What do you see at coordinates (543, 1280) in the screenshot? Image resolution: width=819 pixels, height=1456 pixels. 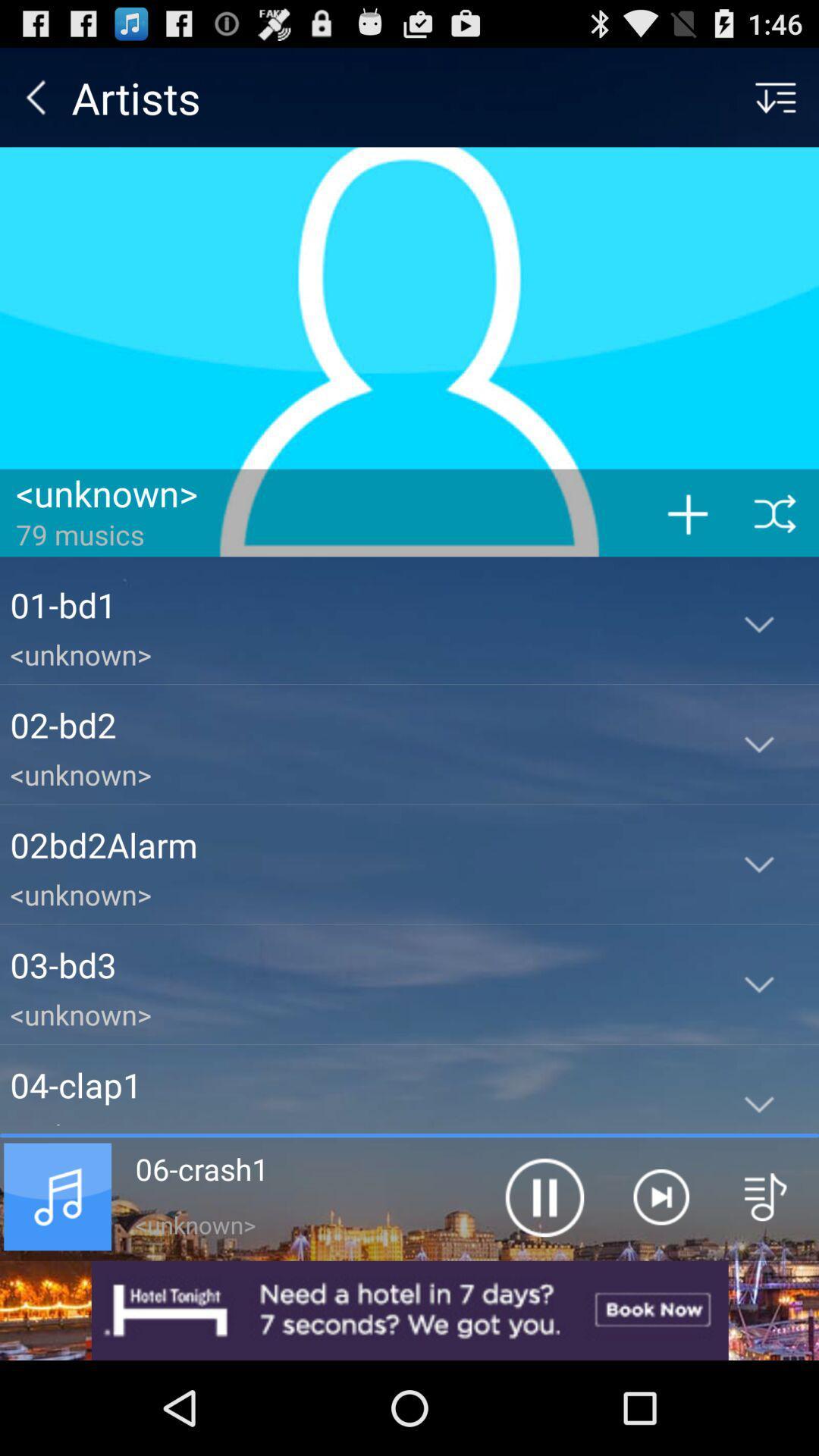 I see `the pause icon` at bounding box center [543, 1280].